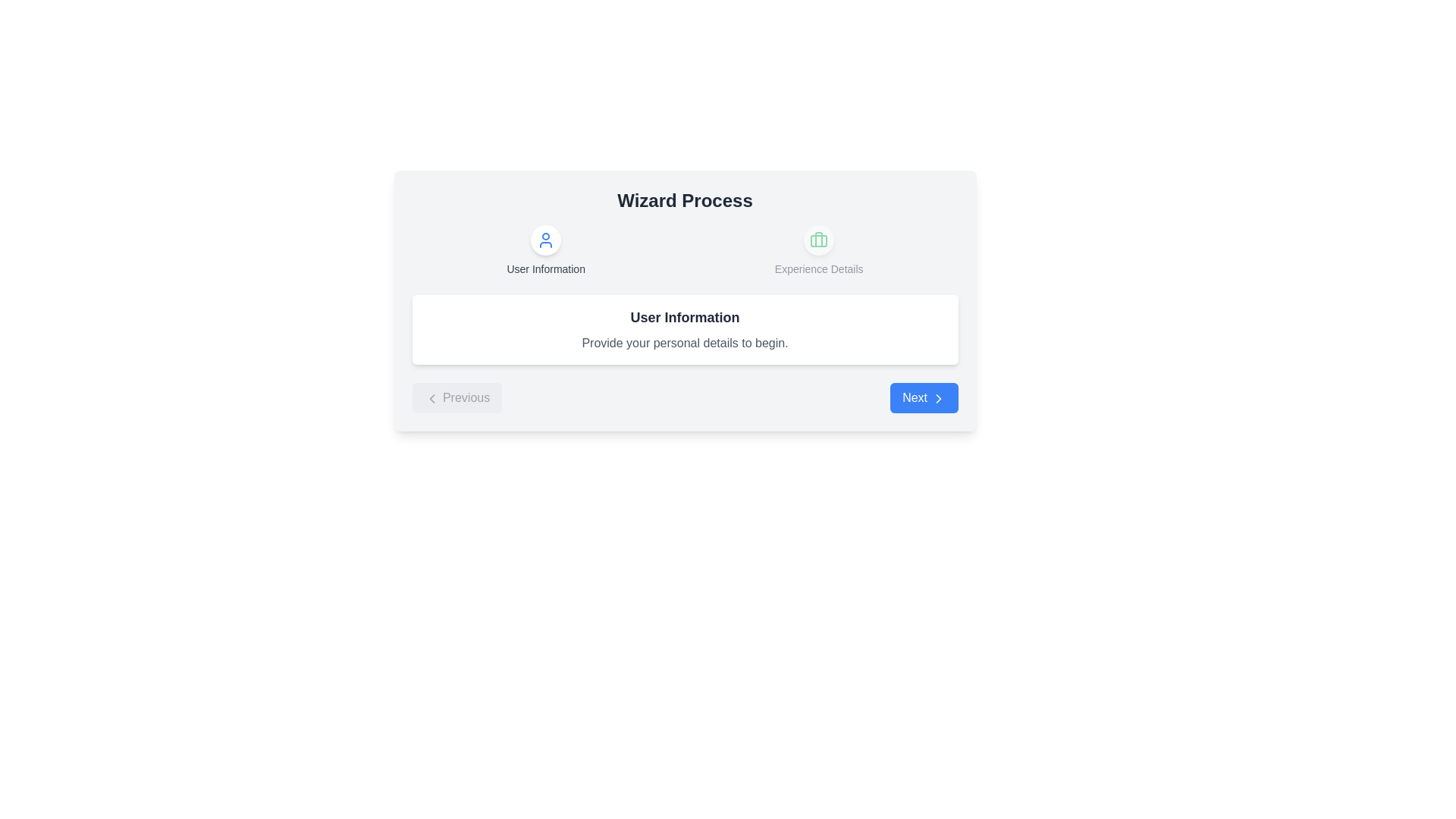 This screenshot has height=819, width=1456. Describe the element at coordinates (684, 329) in the screenshot. I see `informational panel titled 'User Information' that provides instructions to 'Provide your personal details to begin.'` at that location.